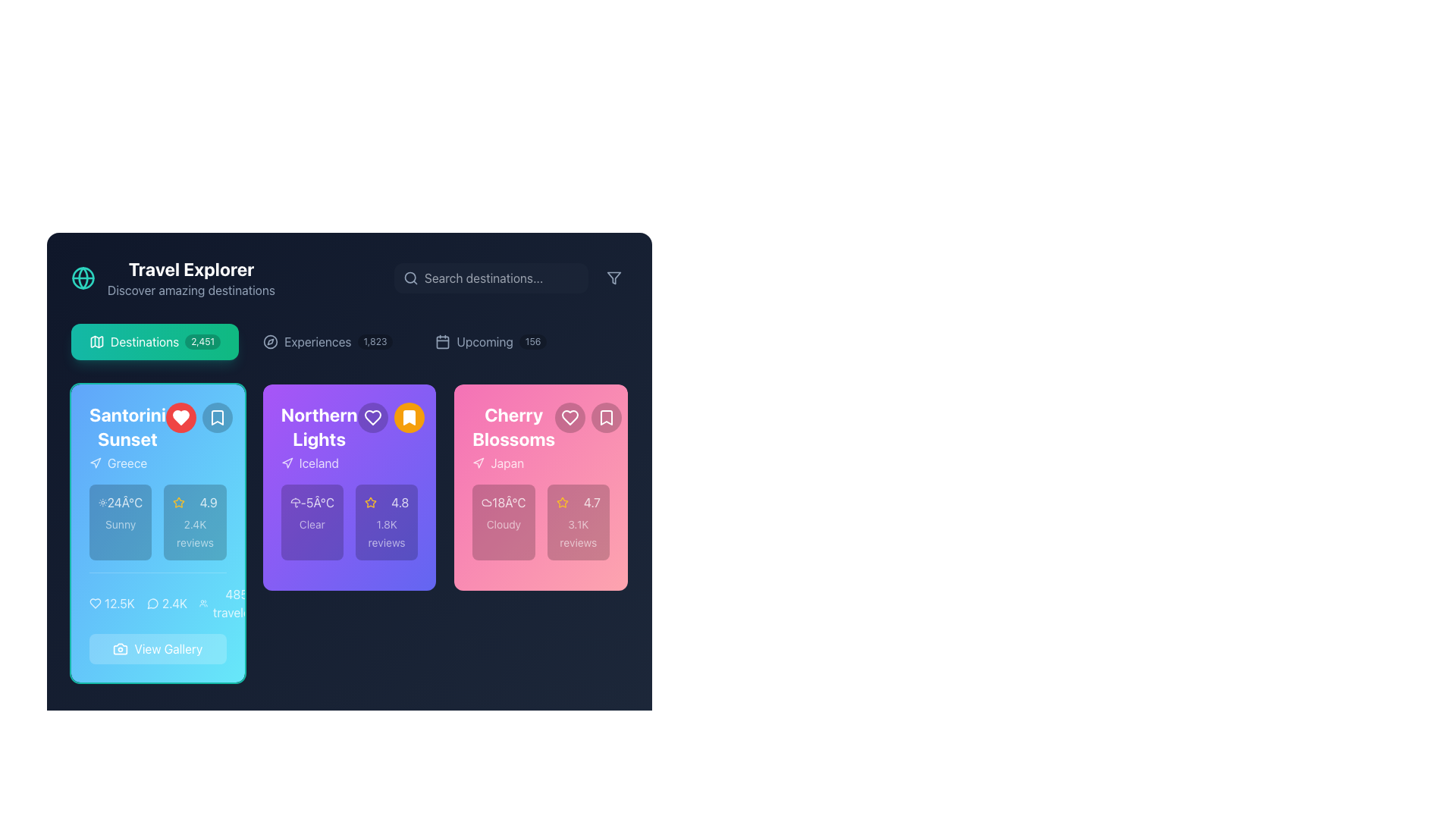  What do you see at coordinates (311, 523) in the screenshot?
I see `the text label providing additional context to the temperature, located within the purple card labeled 'Northern Lights, Iceland', positioned below the '-5°C' label` at bounding box center [311, 523].